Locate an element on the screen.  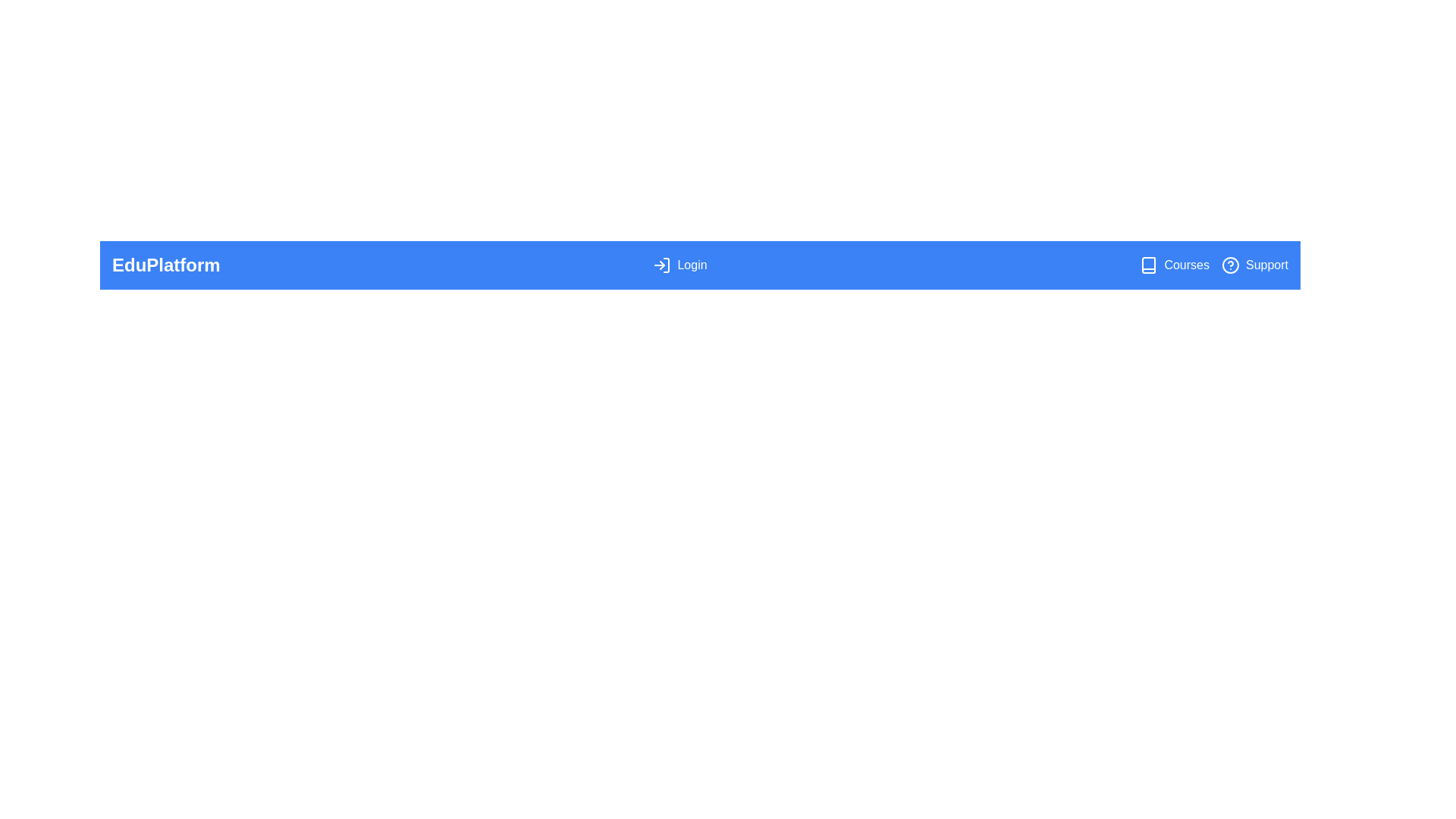
the small vector graphics icon resembling an arrow pointing to the right inside an open bracket, located in the navigation bar adjacent to the 'Login' text is located at coordinates (662, 265).